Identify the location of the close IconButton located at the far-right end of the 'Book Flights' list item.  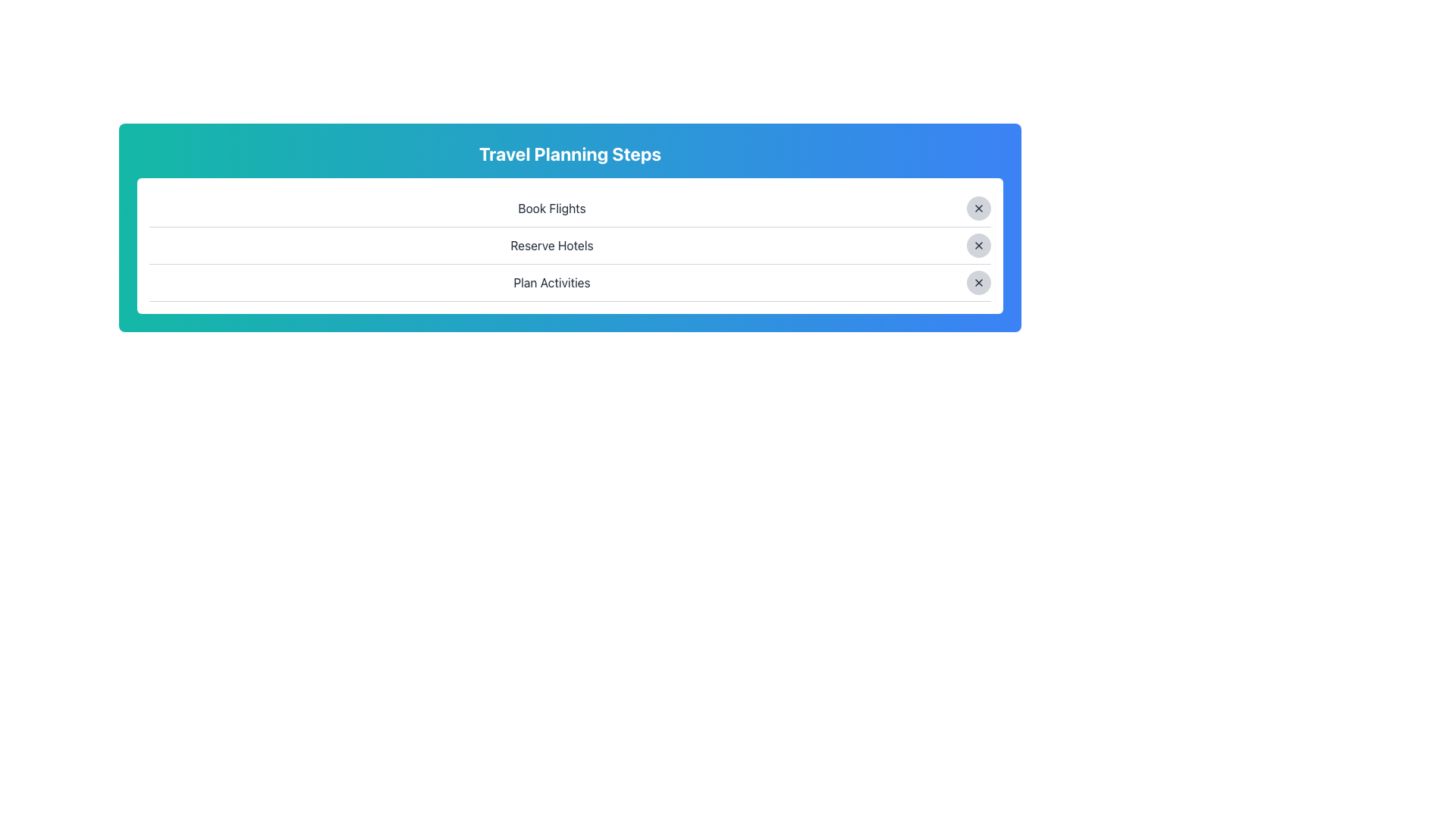
(979, 208).